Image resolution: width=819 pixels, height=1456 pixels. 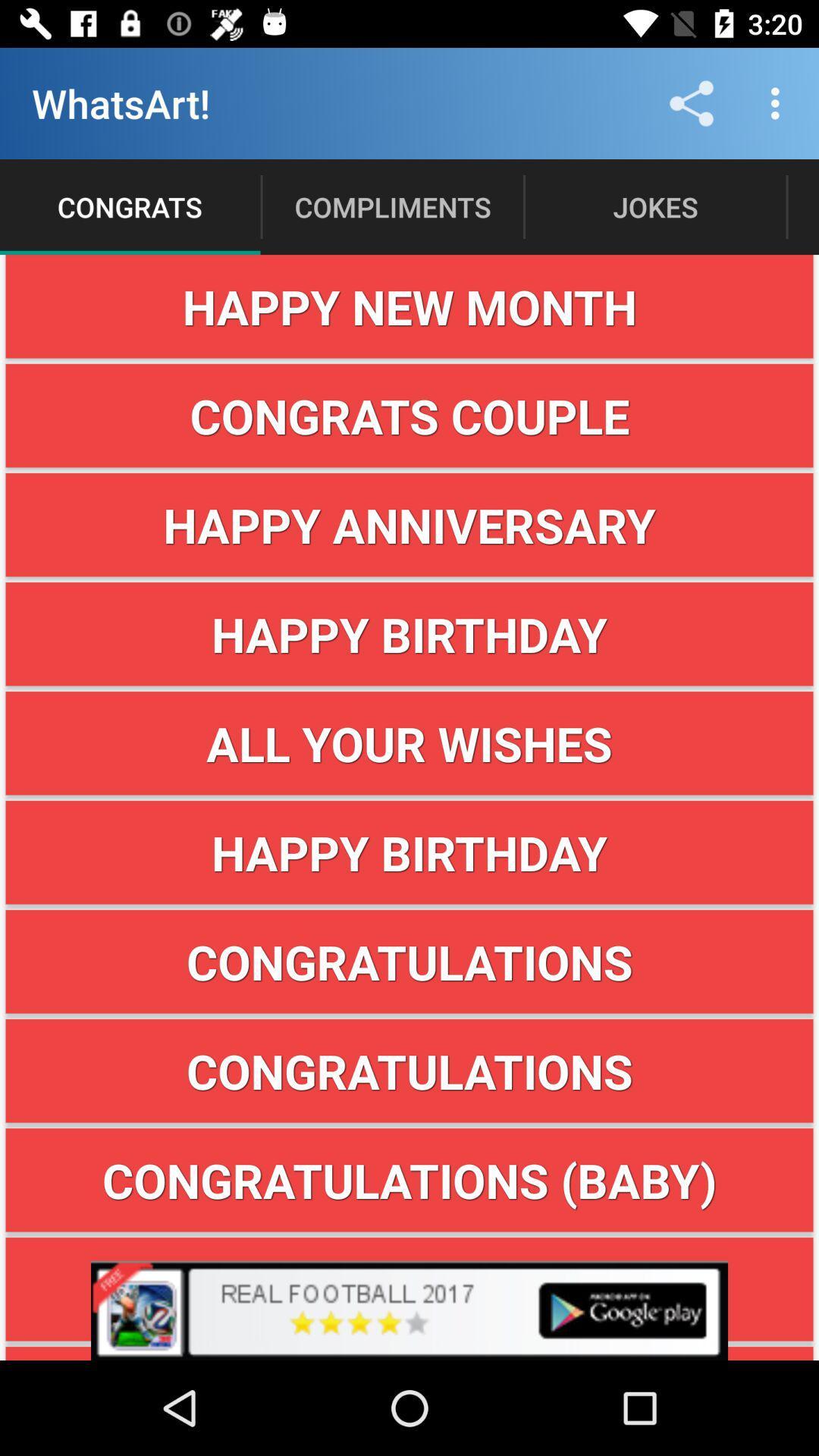 I want to click on the item above happy new month item, so click(x=779, y=102).